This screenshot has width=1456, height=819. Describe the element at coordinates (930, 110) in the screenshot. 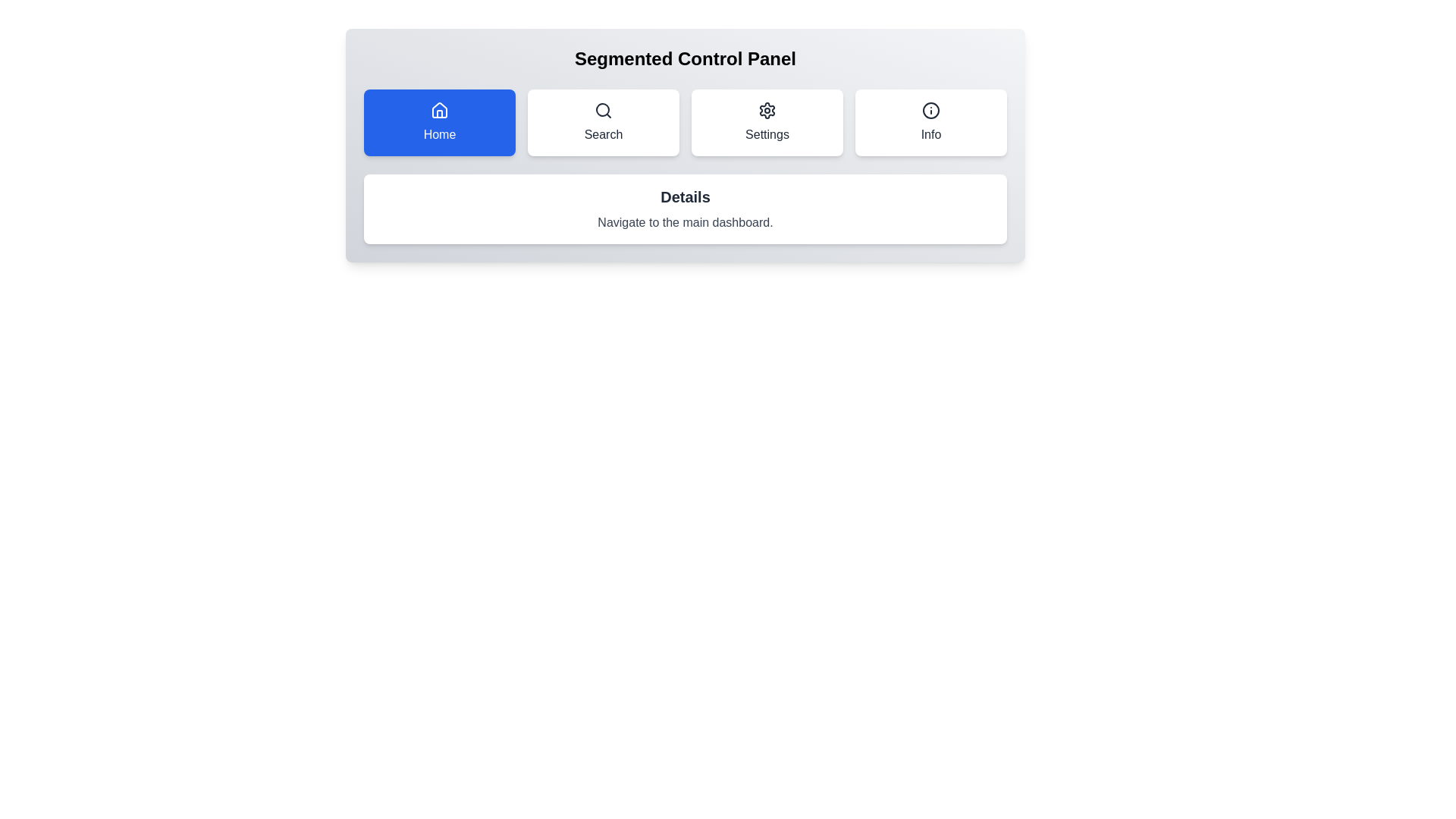

I see `the informational icon located within the 'Info' button in the segmented control panel, positioned to the far right among the button group` at that location.